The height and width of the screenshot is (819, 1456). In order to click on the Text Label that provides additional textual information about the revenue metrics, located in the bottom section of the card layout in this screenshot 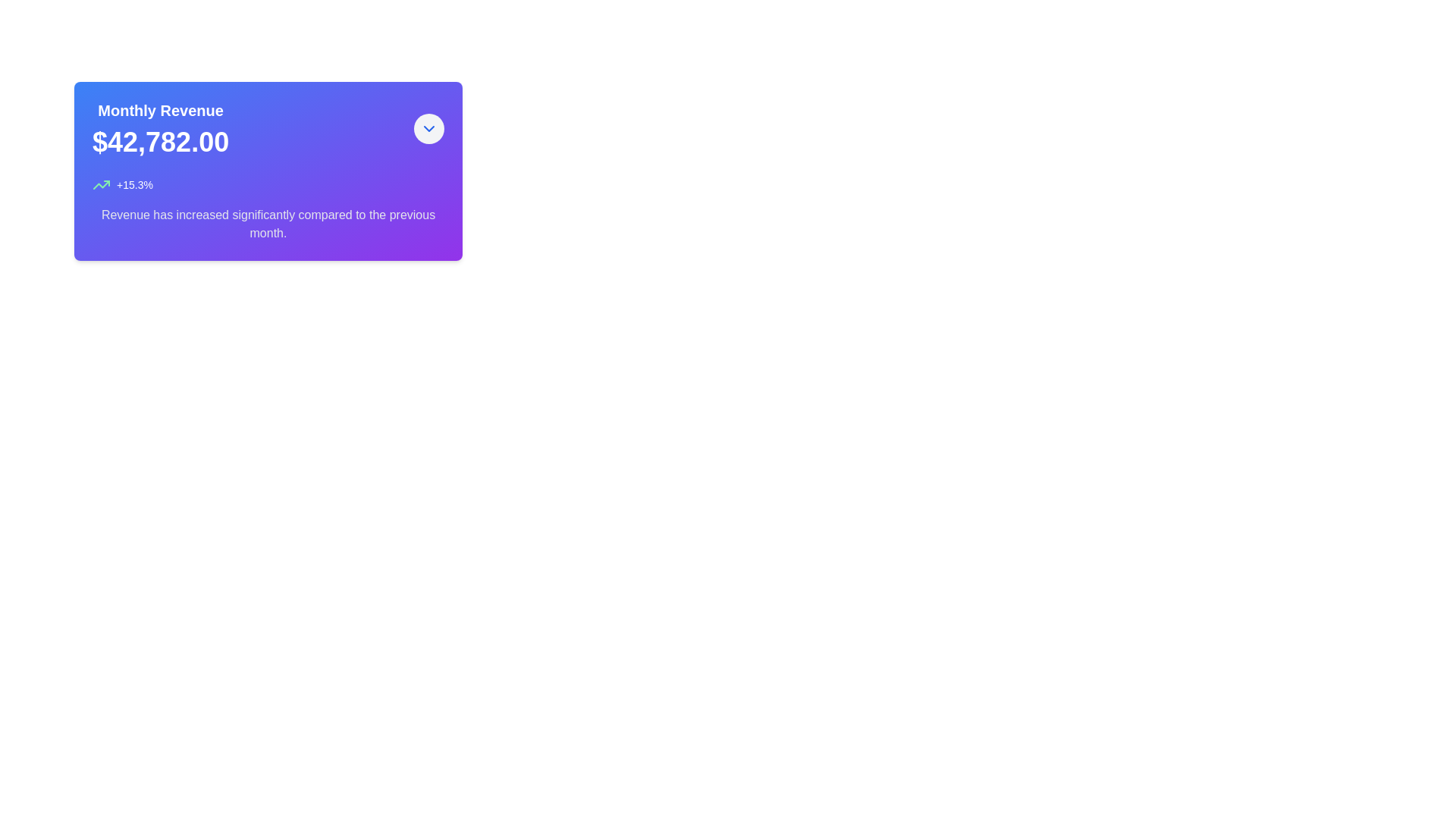, I will do `click(268, 224)`.